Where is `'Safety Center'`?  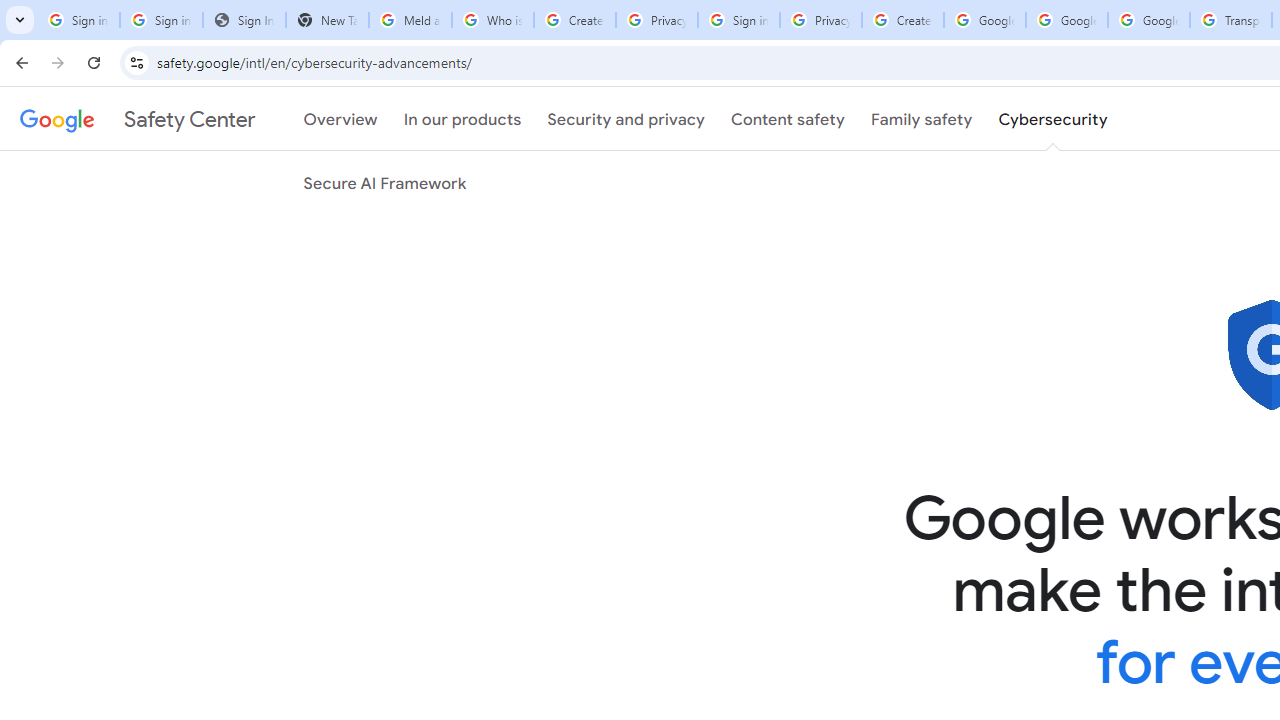 'Safety Center' is located at coordinates (136, 119).